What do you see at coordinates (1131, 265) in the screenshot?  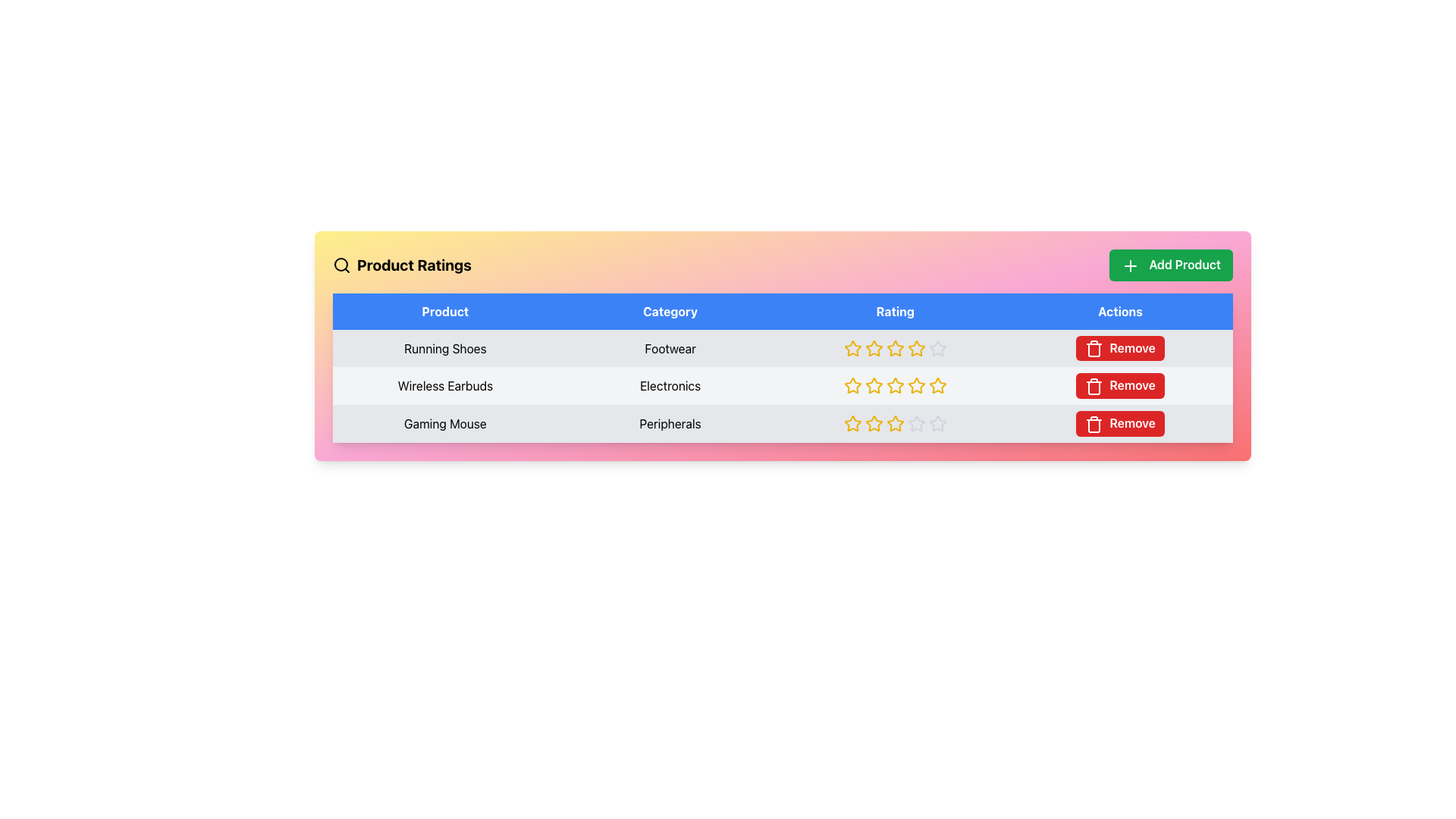 I see `the green plus sign SVG icon located within the 'Add Product' button, positioned at the top-right corner of the interface above the table's 'Actions' column` at bounding box center [1131, 265].